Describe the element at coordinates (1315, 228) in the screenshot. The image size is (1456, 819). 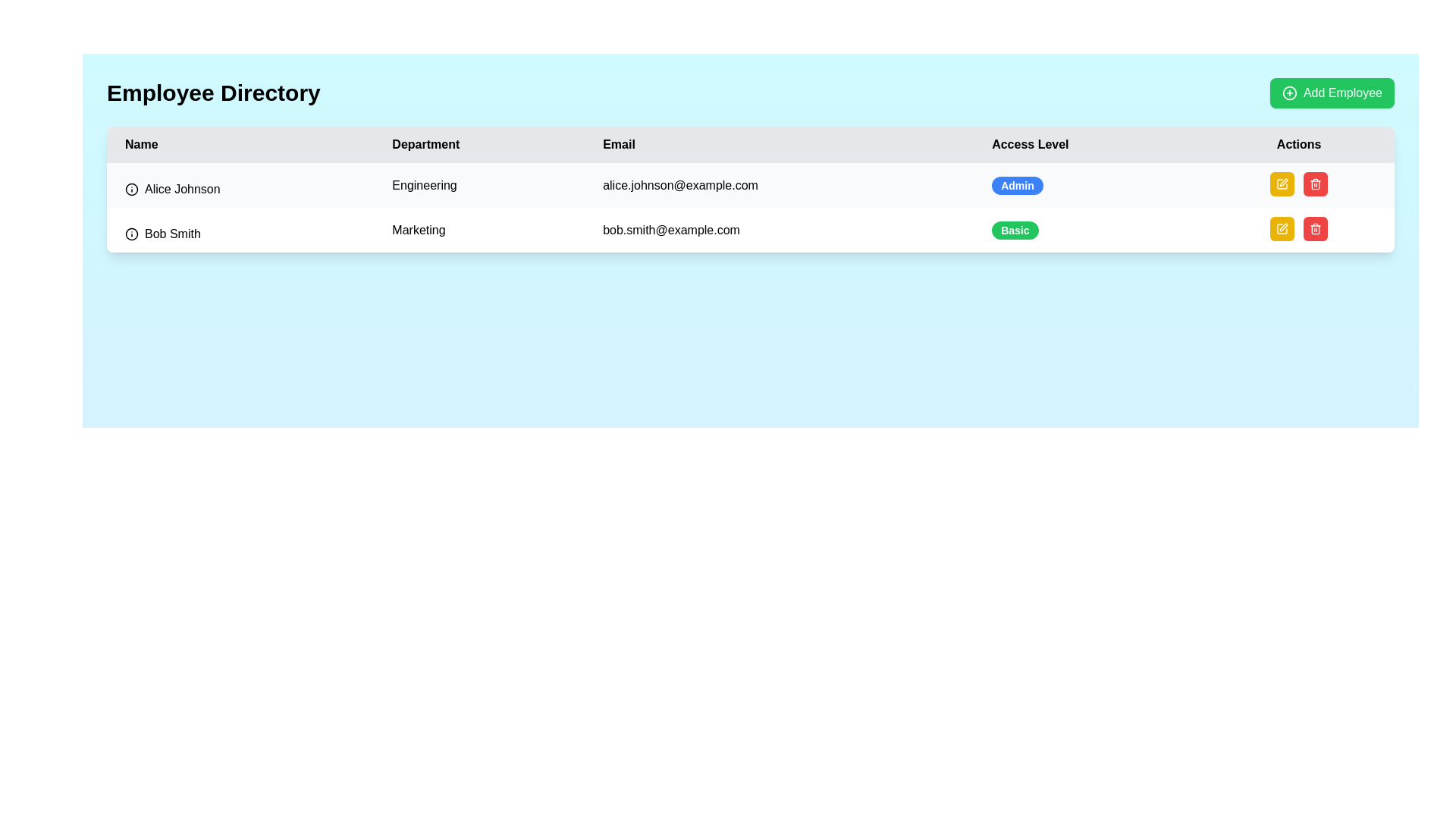
I see `the trash bin icon button with a red background located in the last column of the table, corresponding to the 'Bob Smith' entry` at that location.